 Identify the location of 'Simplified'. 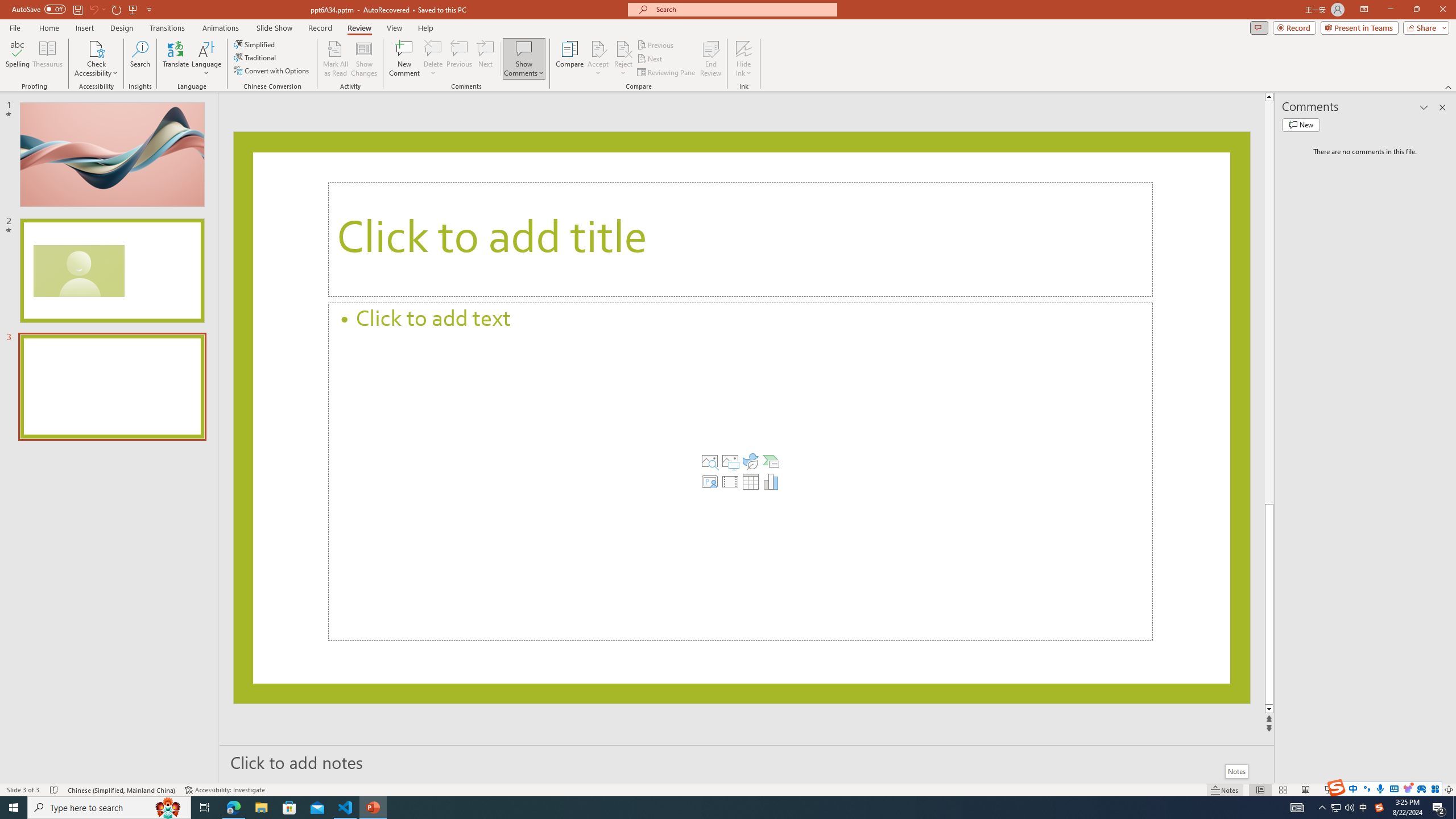
(255, 44).